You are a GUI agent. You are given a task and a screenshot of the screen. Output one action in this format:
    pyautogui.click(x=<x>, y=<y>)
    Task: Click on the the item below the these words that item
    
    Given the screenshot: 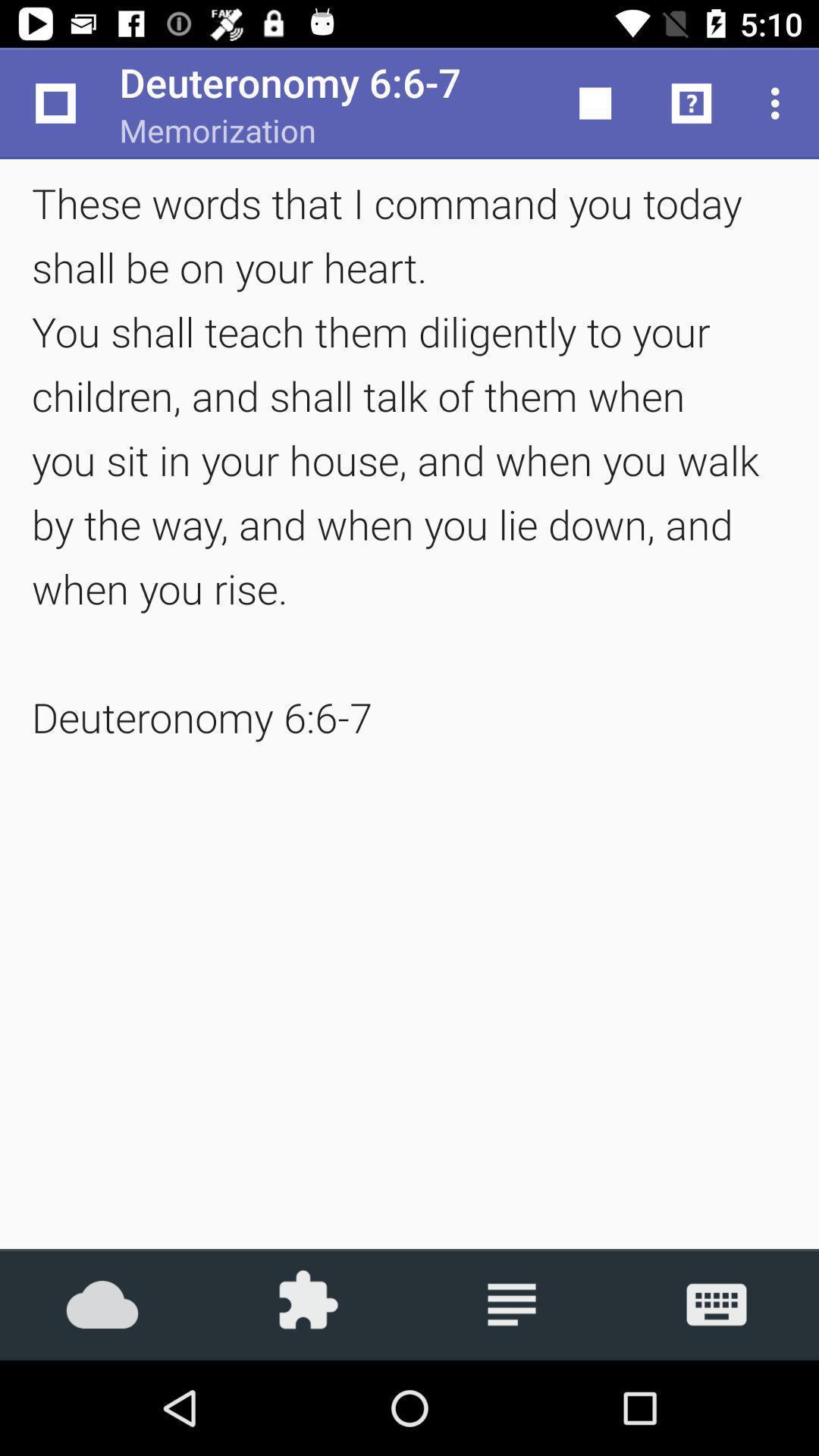 What is the action you would take?
    pyautogui.click(x=512, y=1304)
    